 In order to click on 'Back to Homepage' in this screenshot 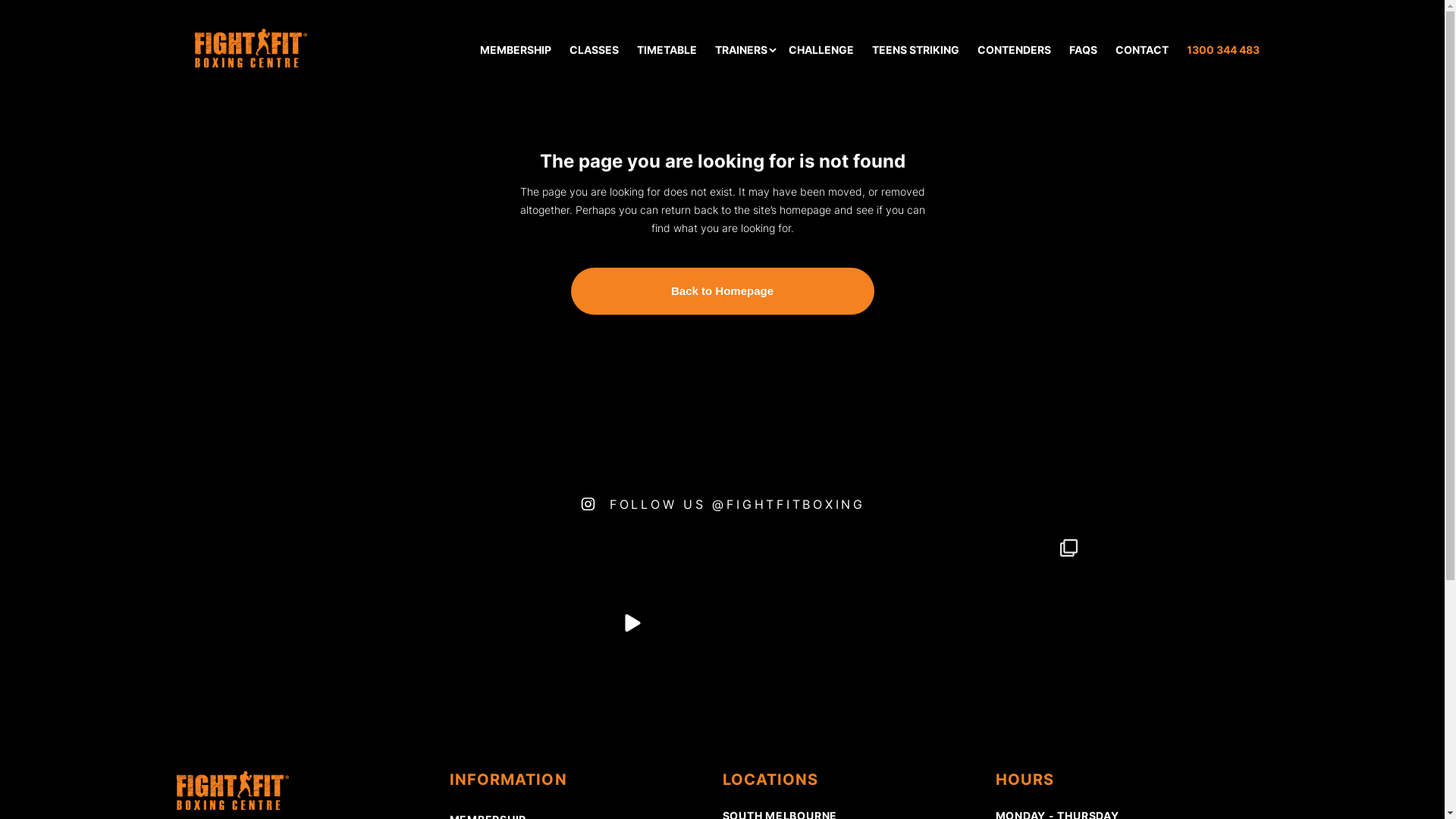, I will do `click(720, 291)`.